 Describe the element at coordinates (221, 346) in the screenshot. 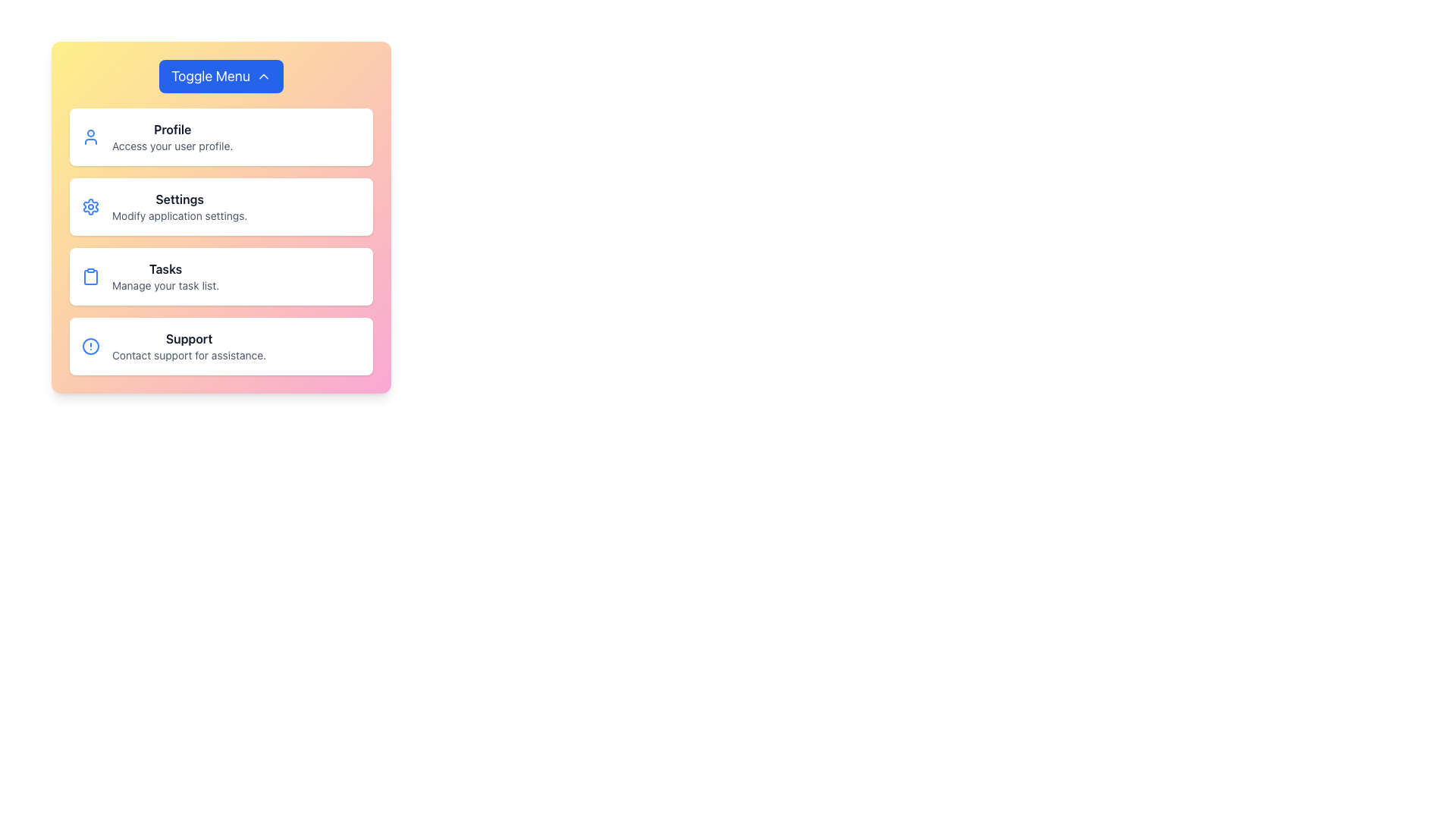

I see `the 'Support' informational card, which is the fourth card in a vertical list of options` at that location.